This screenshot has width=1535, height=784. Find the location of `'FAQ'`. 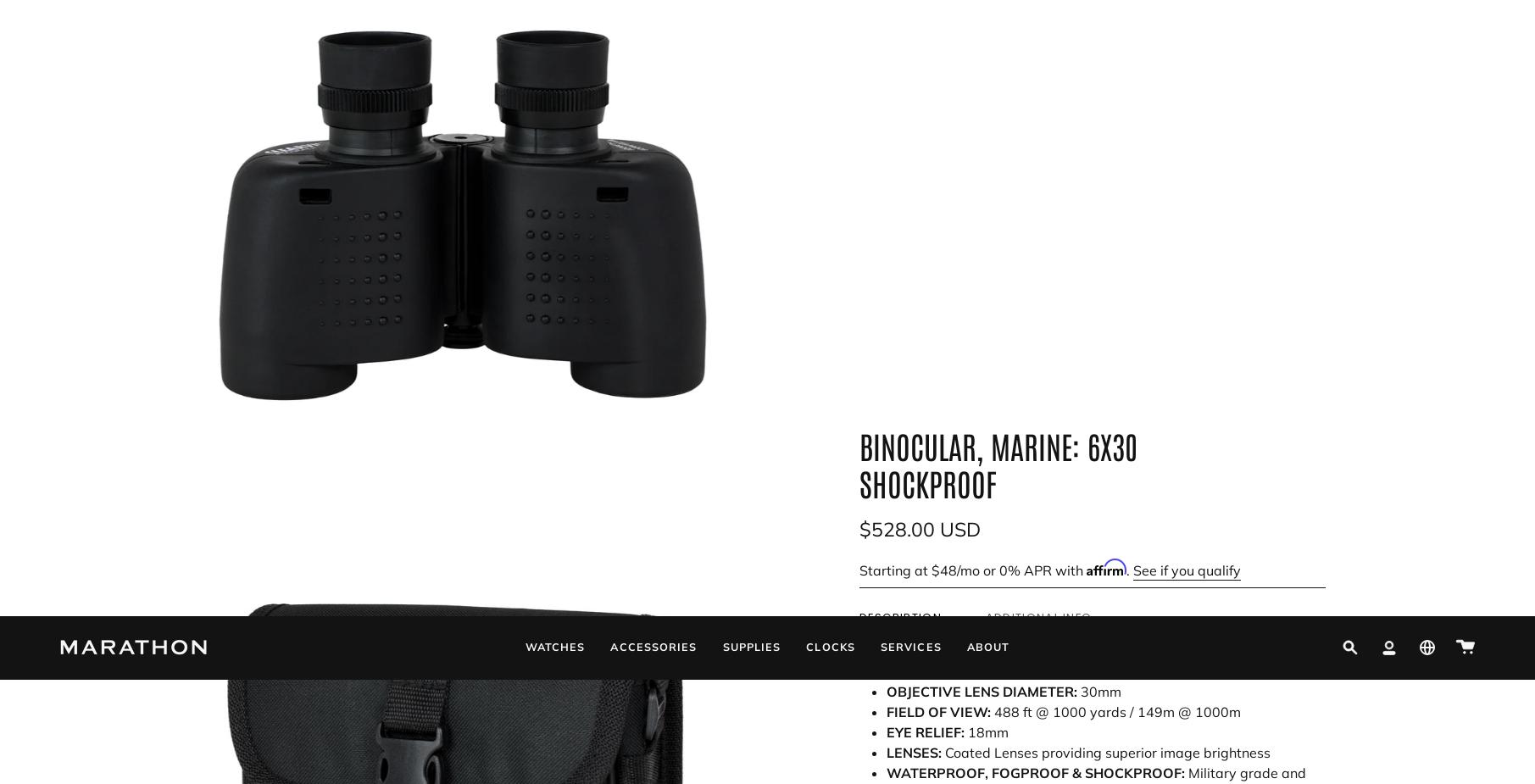

'FAQ' is located at coordinates (73, 654).